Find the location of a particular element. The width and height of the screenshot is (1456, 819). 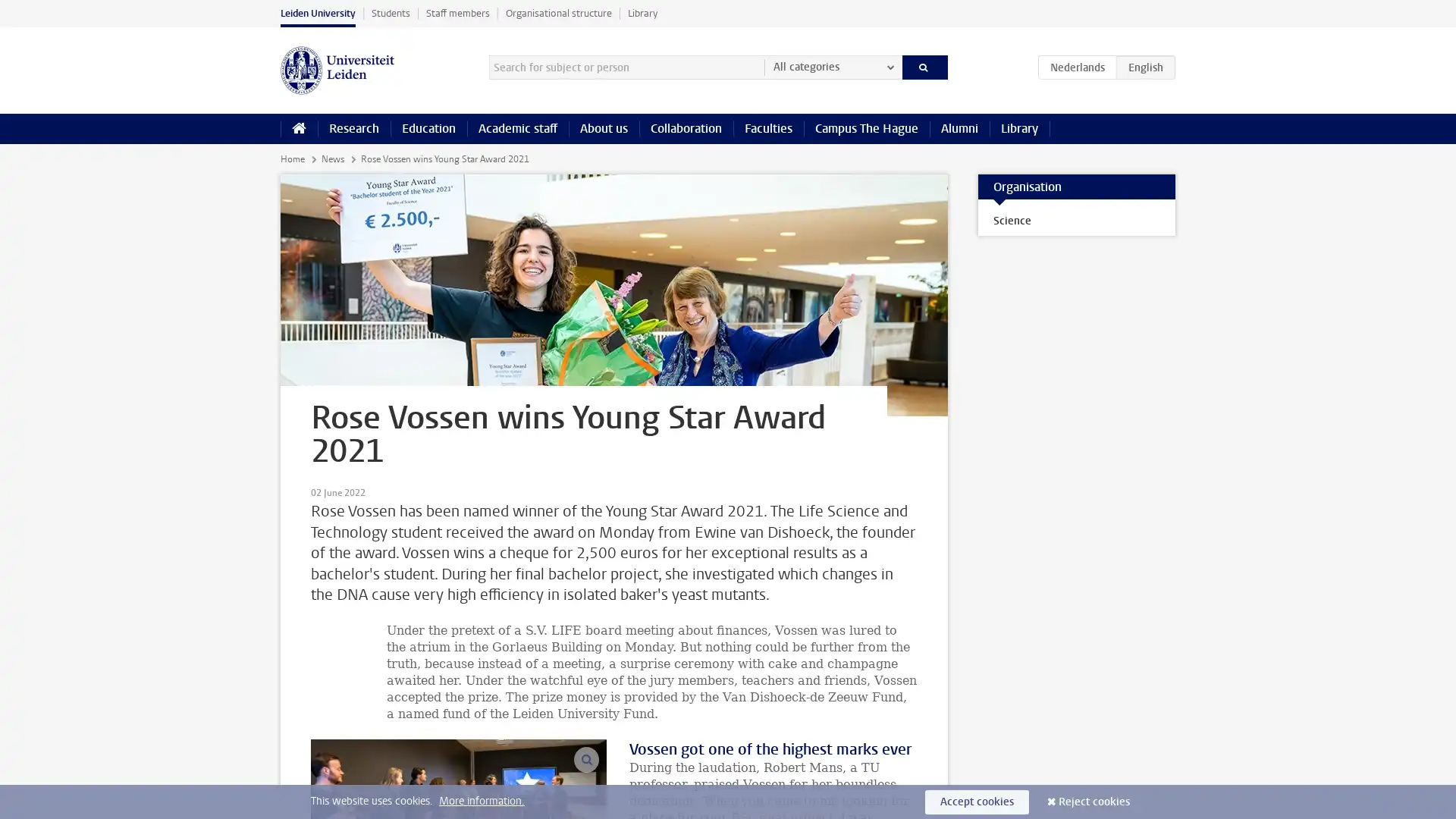

All categories is located at coordinates (832, 66).